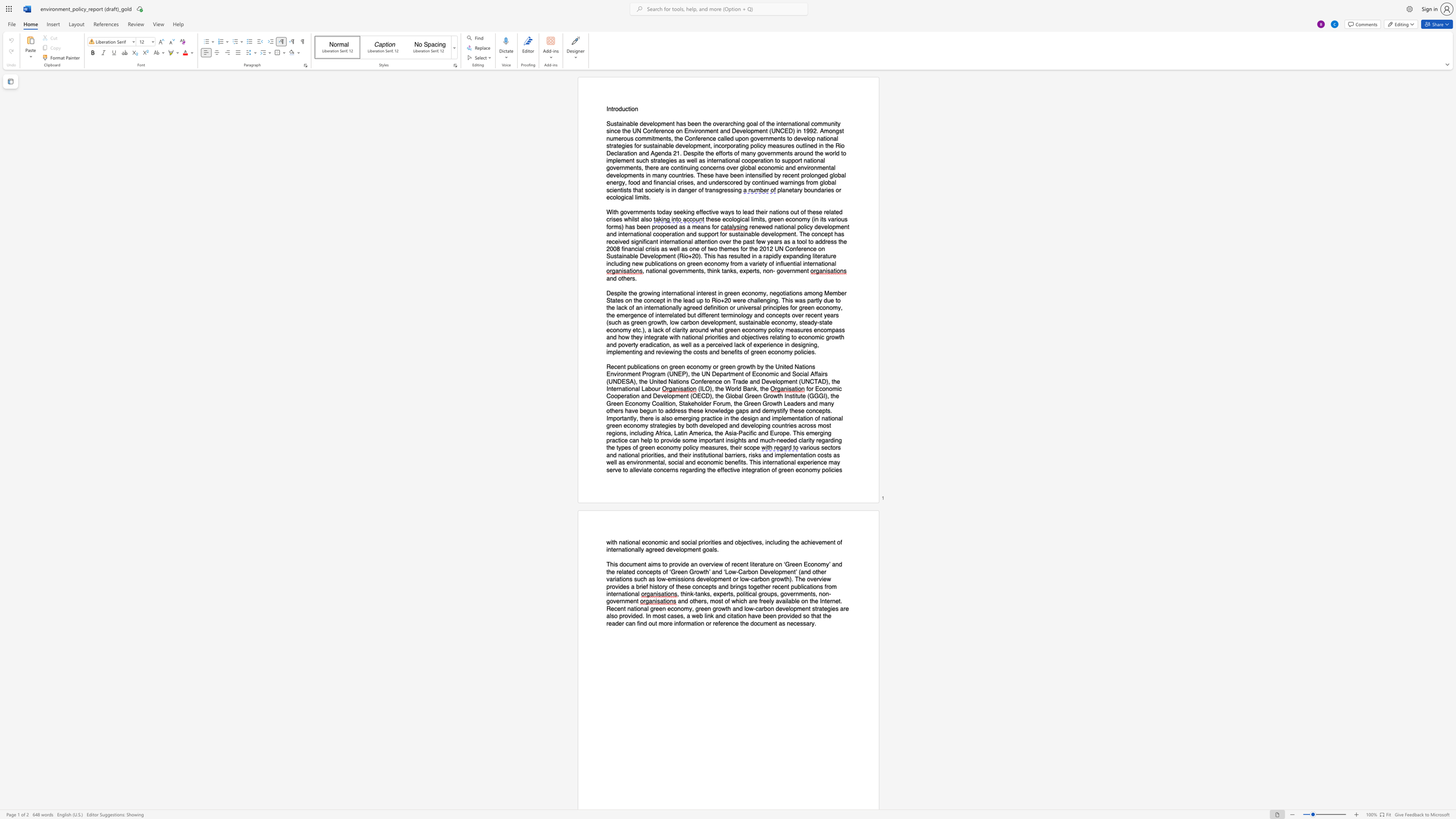 This screenshot has width=1456, height=819. What do you see at coordinates (793, 131) in the screenshot?
I see `the subset text ") in 1992. Amo" within the text "Sustainable development has been the overarching goal of the international community since the UN Conference on Environment and Development (UNCED) in 1992. Amongst"` at bounding box center [793, 131].